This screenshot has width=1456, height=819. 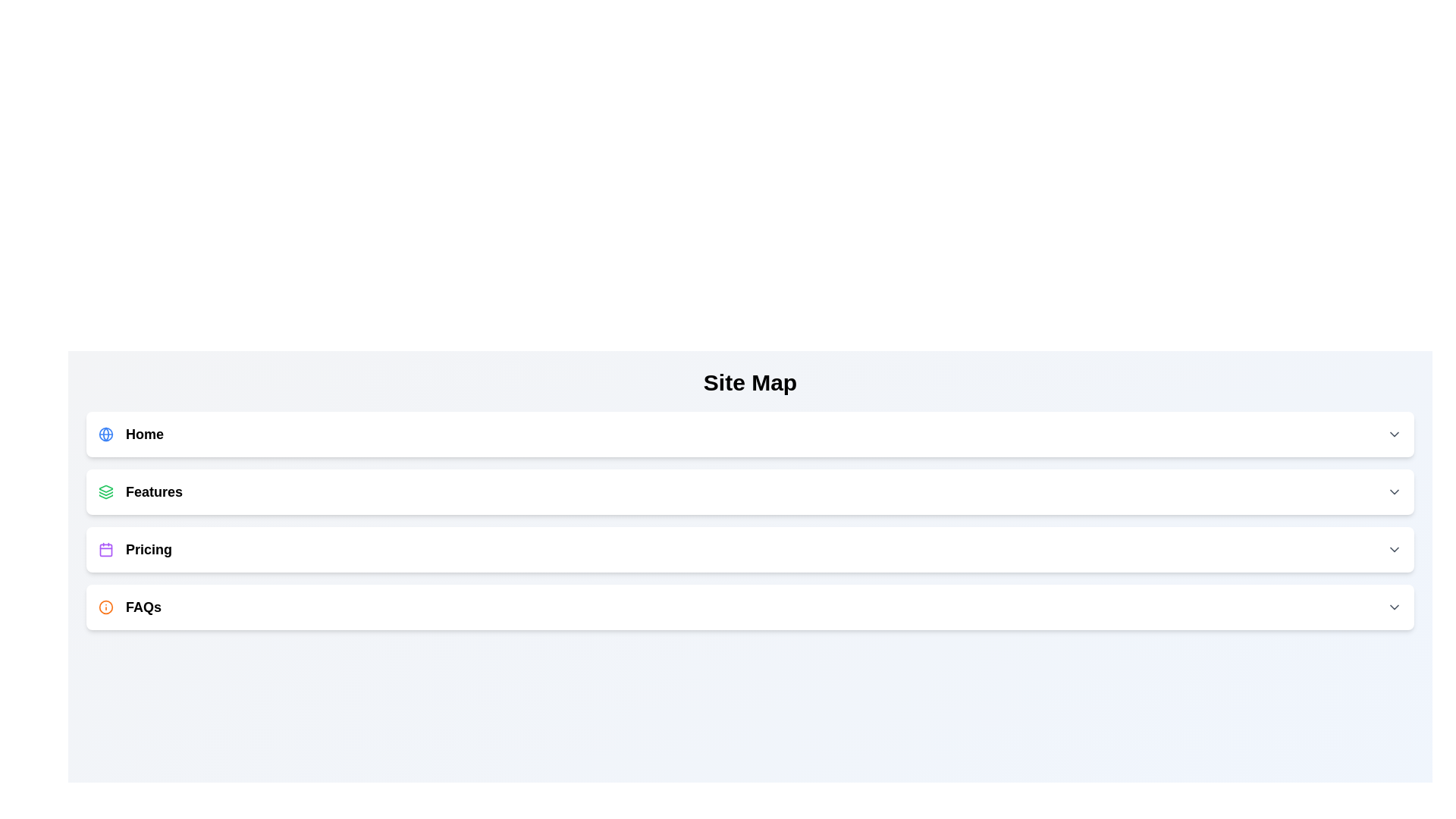 What do you see at coordinates (135, 550) in the screenshot?
I see `the 'Pricing' button-like text with a calendar icon, which is the third item in the vertical list of options, located between 'Features' and 'FAQs'` at bounding box center [135, 550].